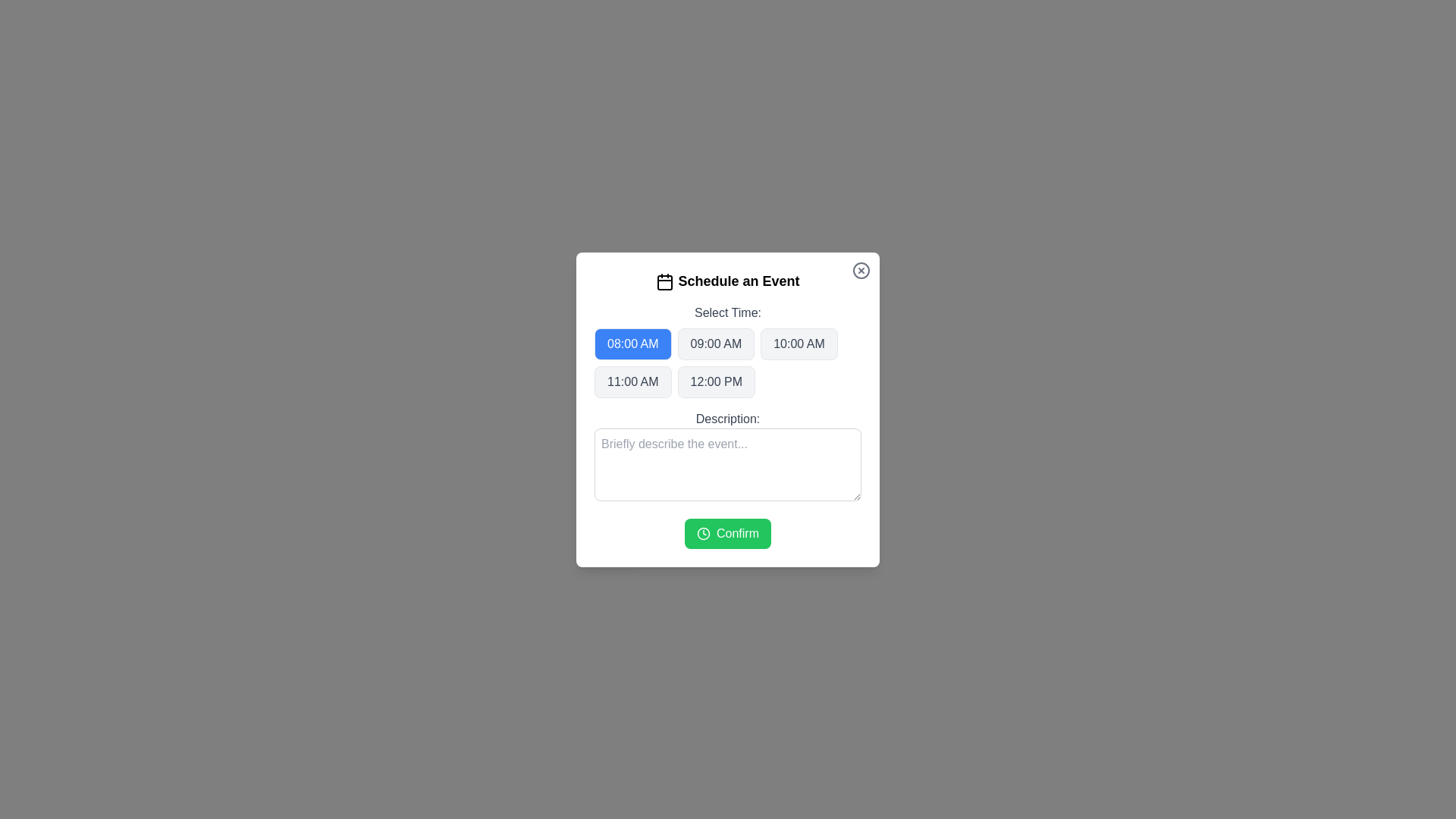  What do you see at coordinates (799, 344) in the screenshot?
I see `the button labeled '10:00 AM', which is the third button in a horizontal set of time selection buttons` at bounding box center [799, 344].